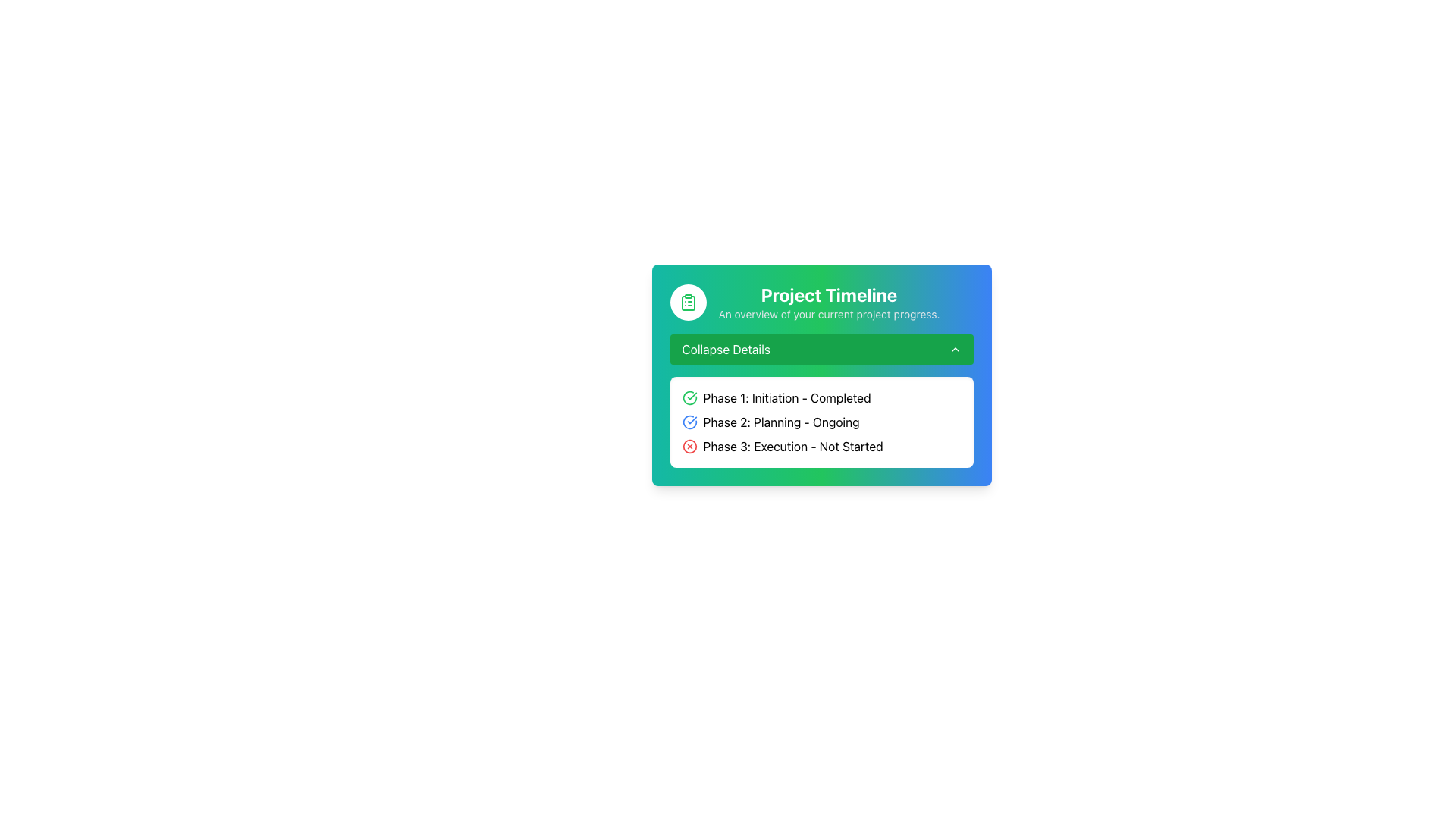 This screenshot has width=1456, height=819. I want to click on the static text label displaying 'Collapse Details' in white font on a green background, which is located in the upper section of the green bar, so click(725, 350).